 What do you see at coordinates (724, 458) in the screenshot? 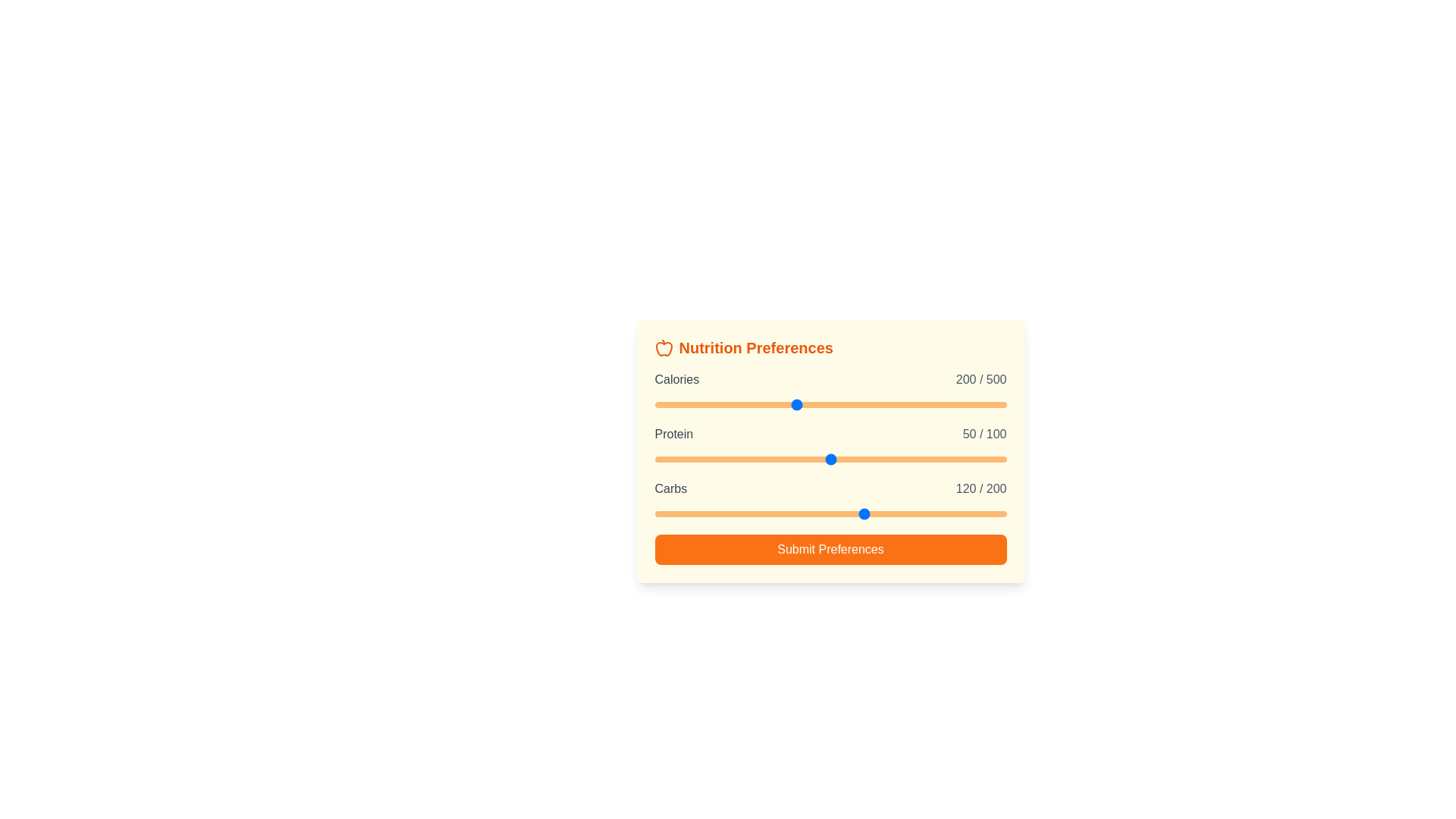
I see `the protein intake value` at bounding box center [724, 458].